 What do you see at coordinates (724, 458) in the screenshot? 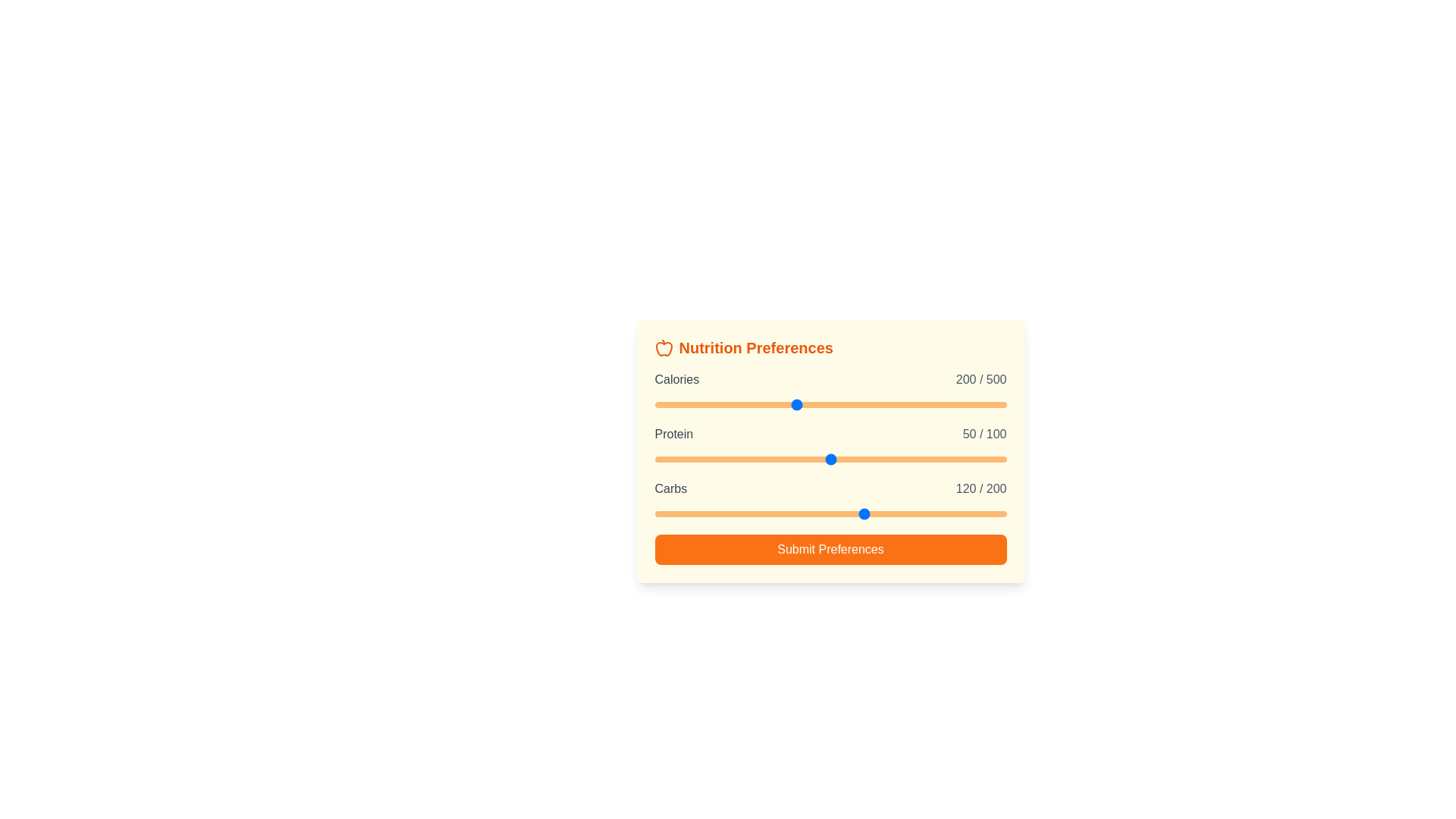
I see `the protein intake value` at bounding box center [724, 458].